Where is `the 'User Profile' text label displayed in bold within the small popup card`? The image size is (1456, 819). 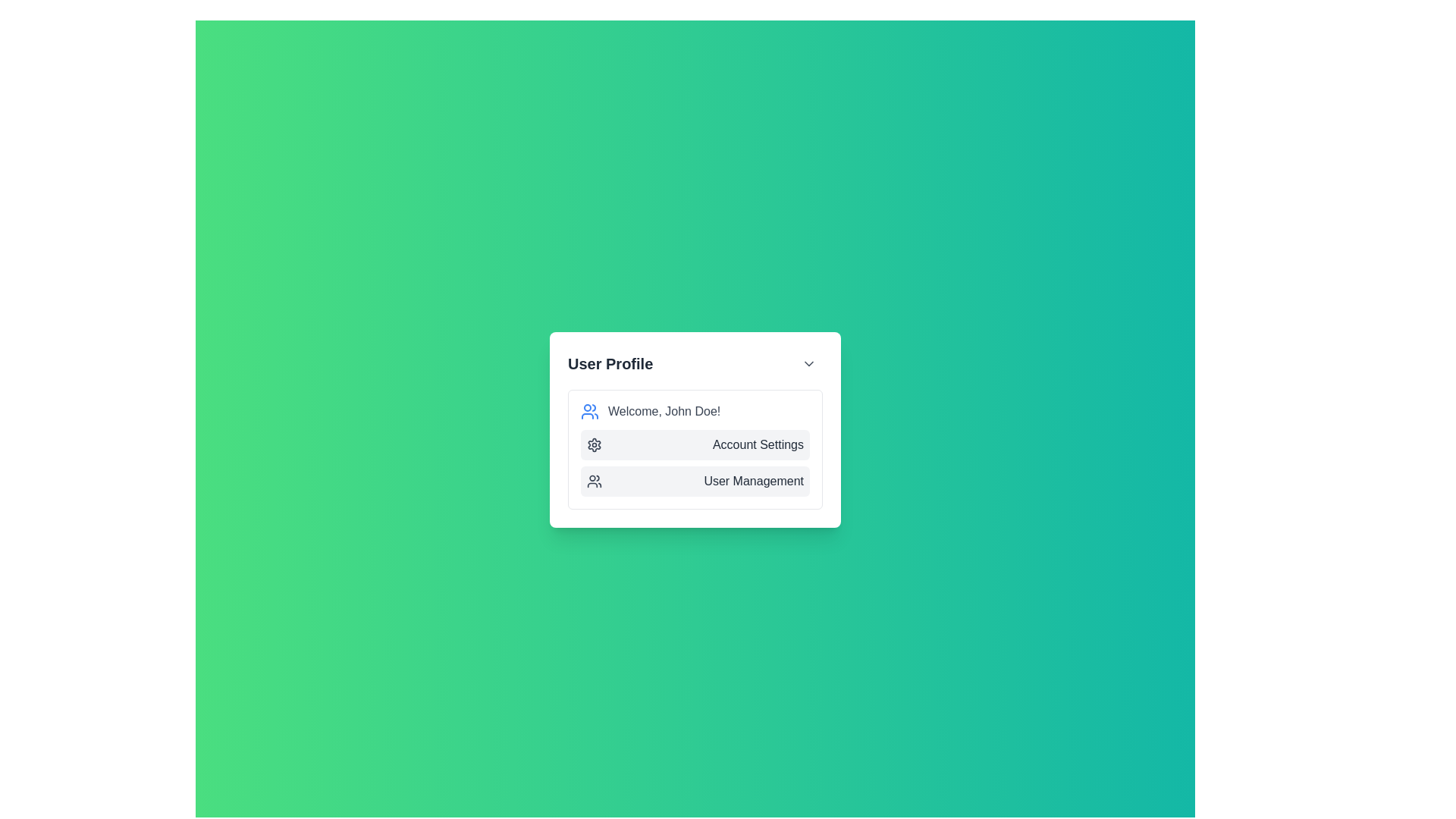 the 'User Profile' text label displayed in bold within the small popup card is located at coordinates (610, 363).